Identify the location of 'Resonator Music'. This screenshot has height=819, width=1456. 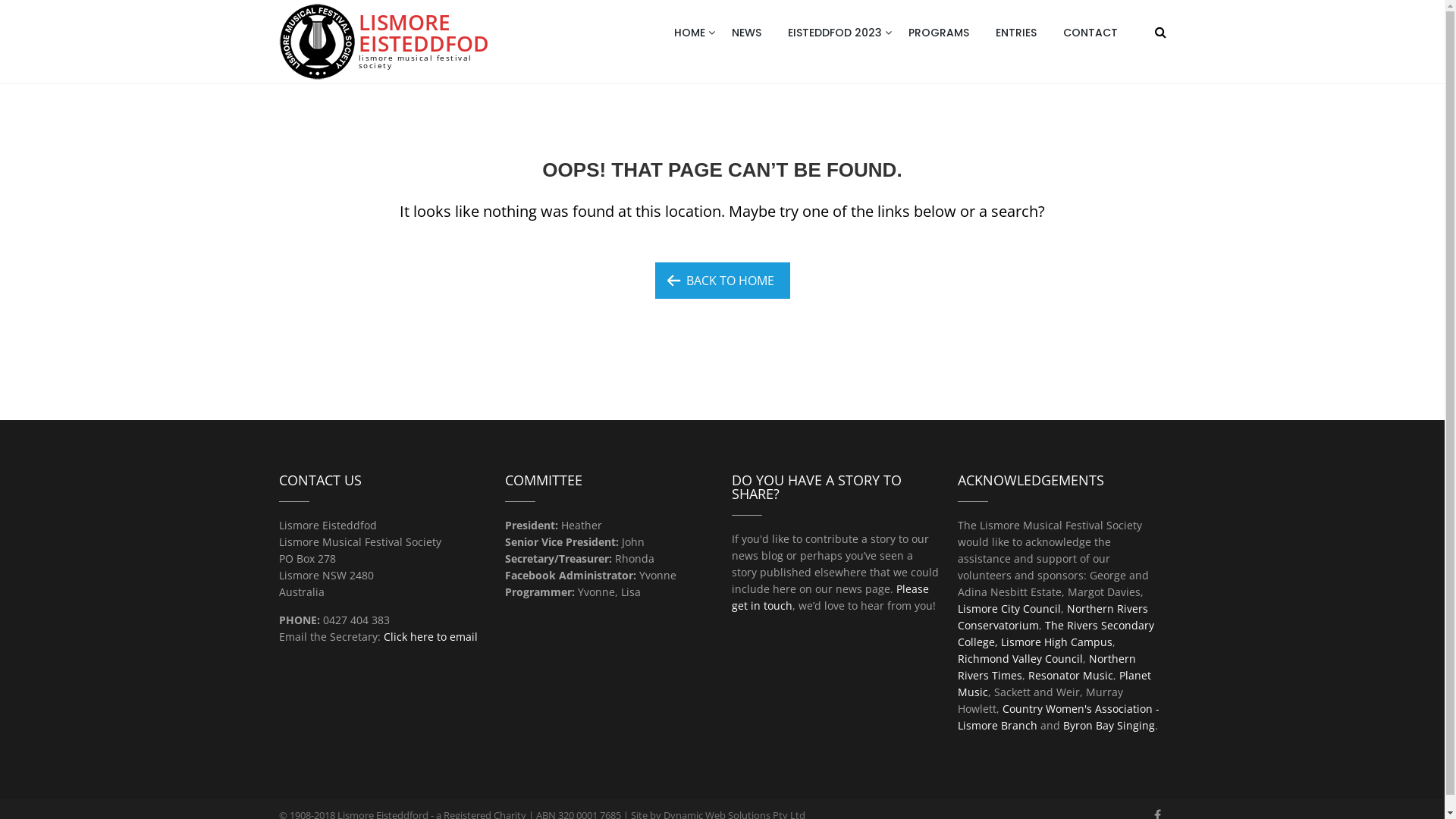
(1069, 674).